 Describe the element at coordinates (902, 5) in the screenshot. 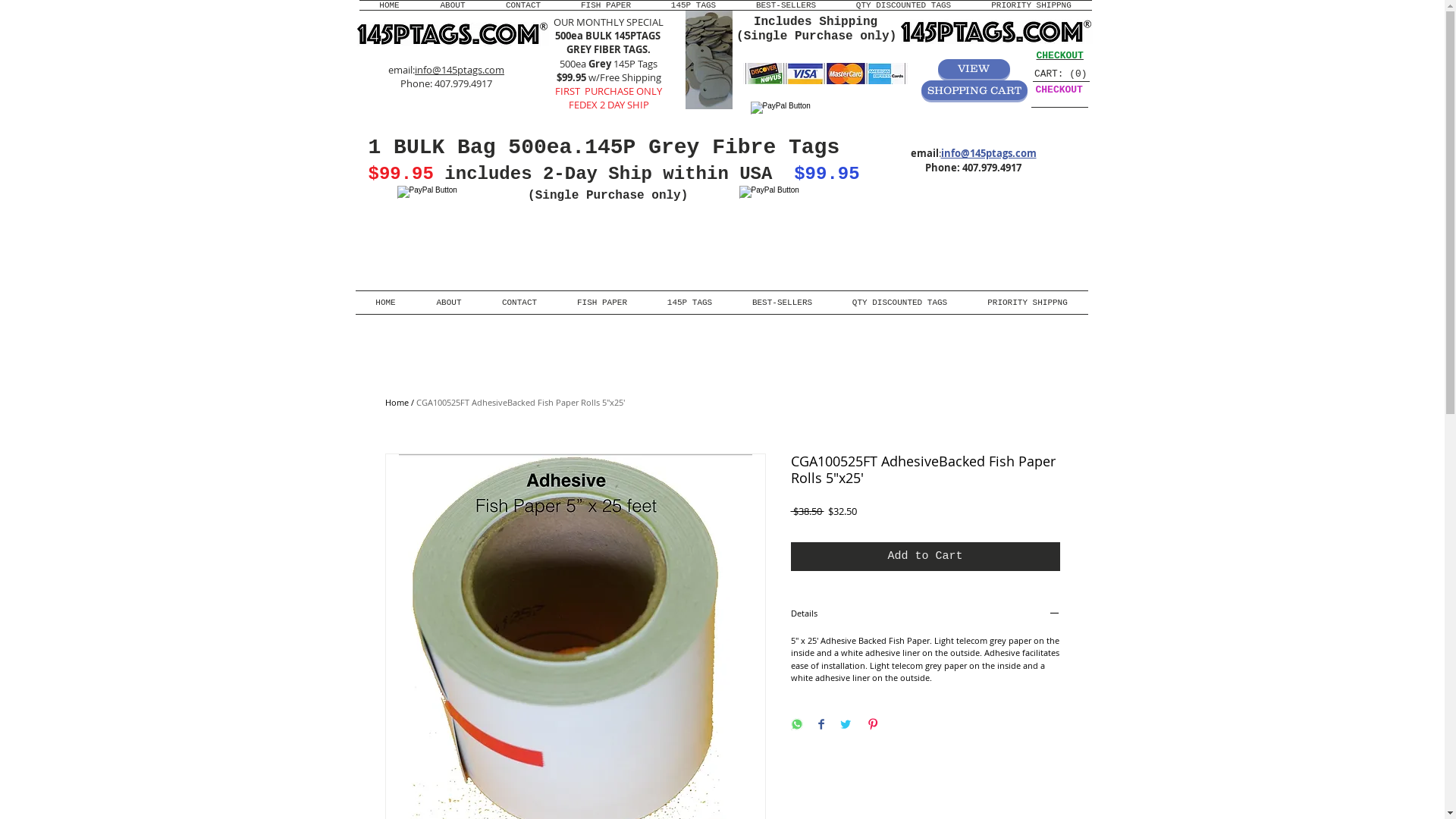

I see `'QTY DISCOUNTED TAGS'` at that location.